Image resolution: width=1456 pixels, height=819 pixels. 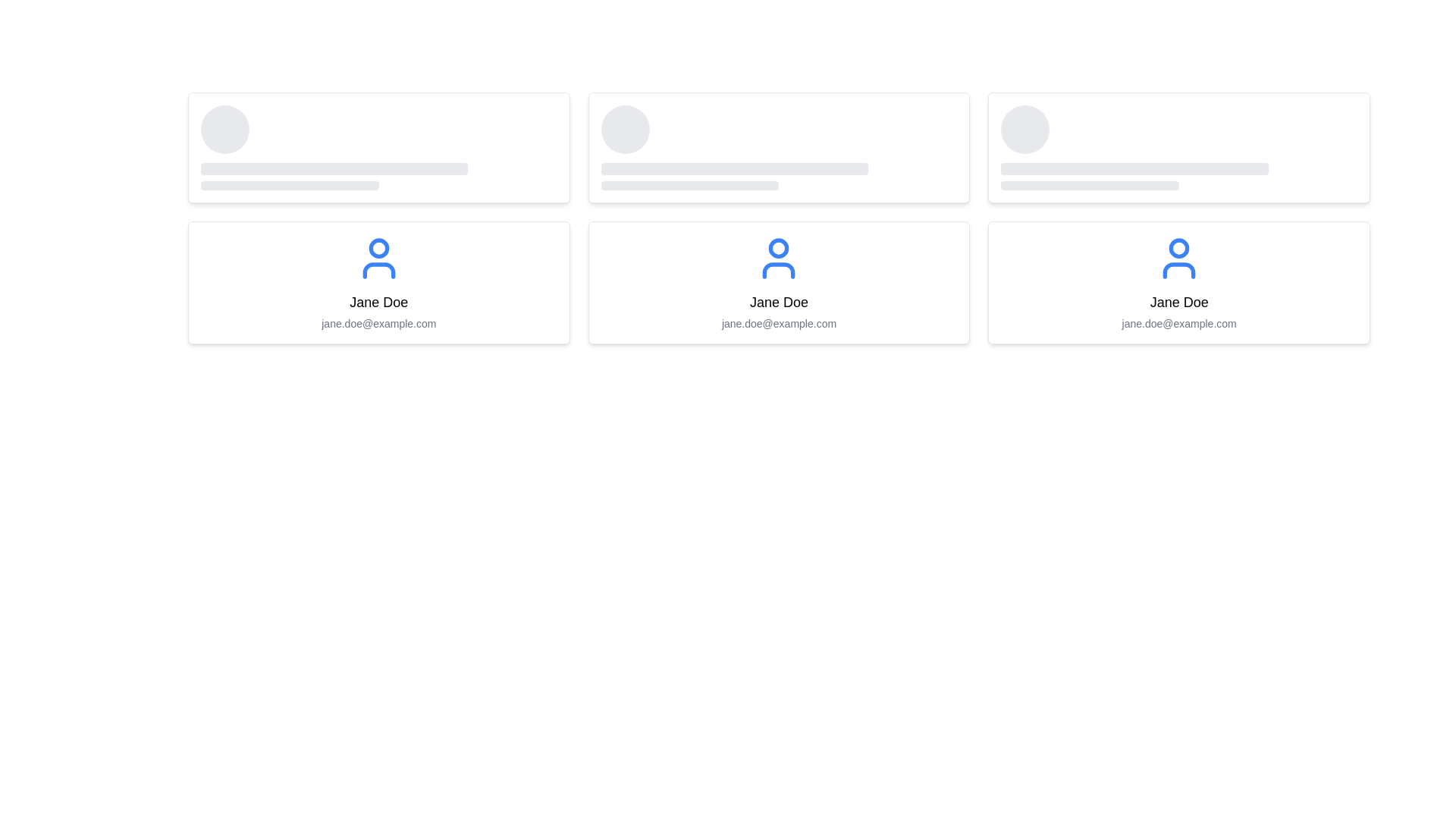 What do you see at coordinates (779, 323) in the screenshot?
I see `email address displayed in the text label, which shows 'jane.doe@example.com' and is located below the name 'Jane Doe' within the card layout` at bounding box center [779, 323].